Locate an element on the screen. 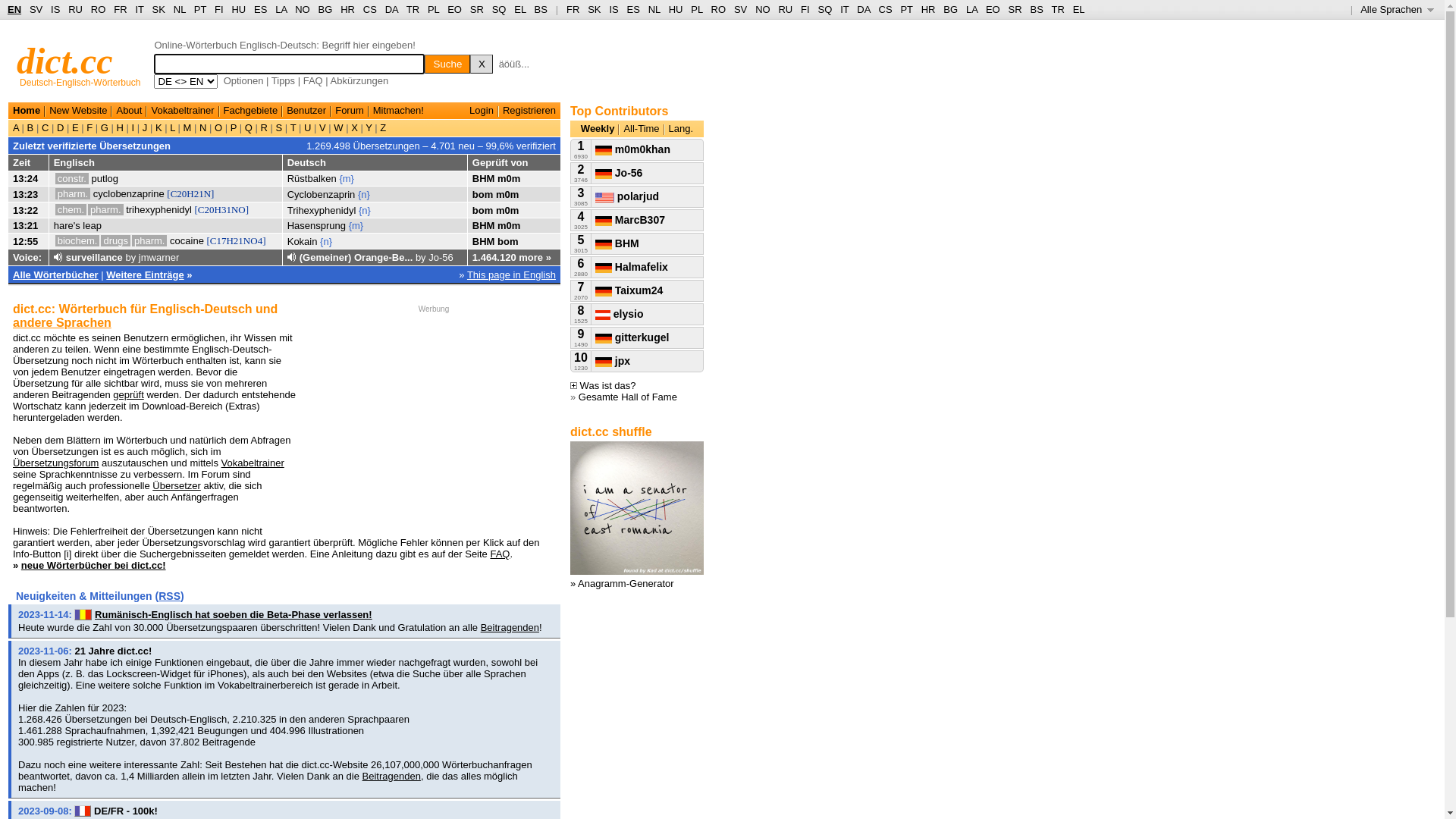 This screenshot has height=819, width=1456. 'RSS' is located at coordinates (169, 595).